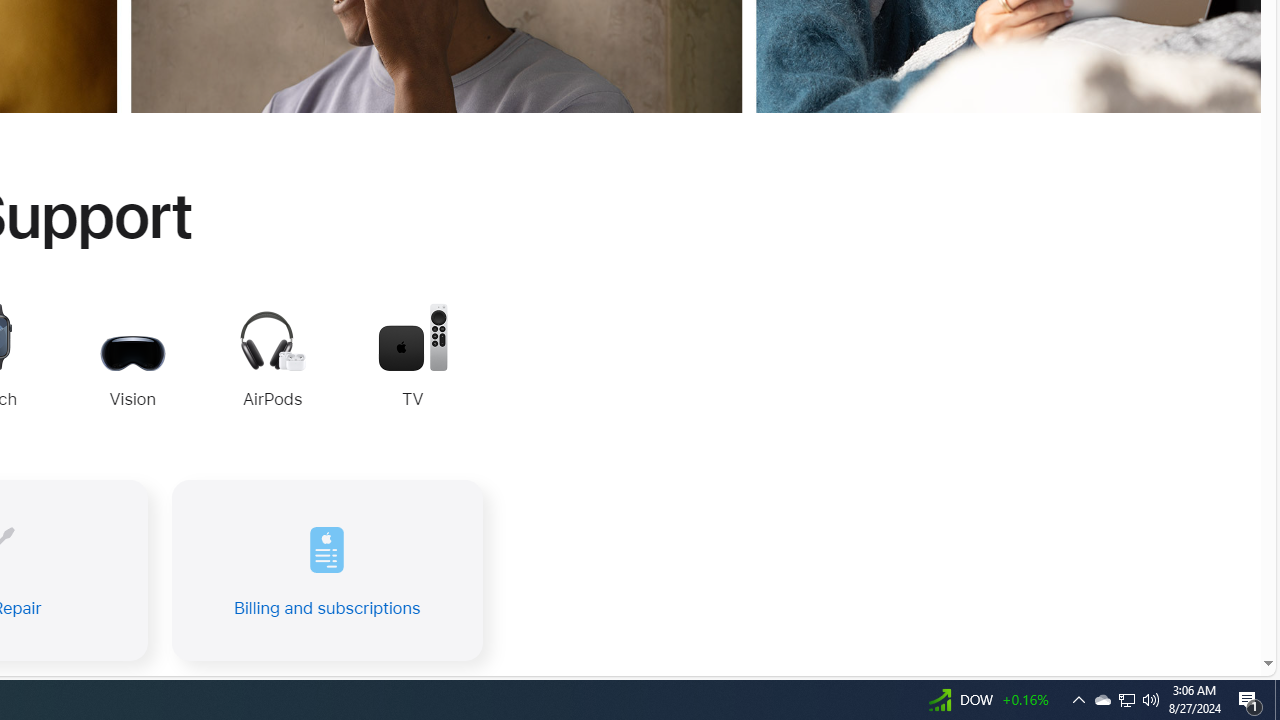 Image resolution: width=1280 pixels, height=720 pixels. Describe the element at coordinates (327, 570) in the screenshot. I see `'Billing and subscriptions'` at that location.